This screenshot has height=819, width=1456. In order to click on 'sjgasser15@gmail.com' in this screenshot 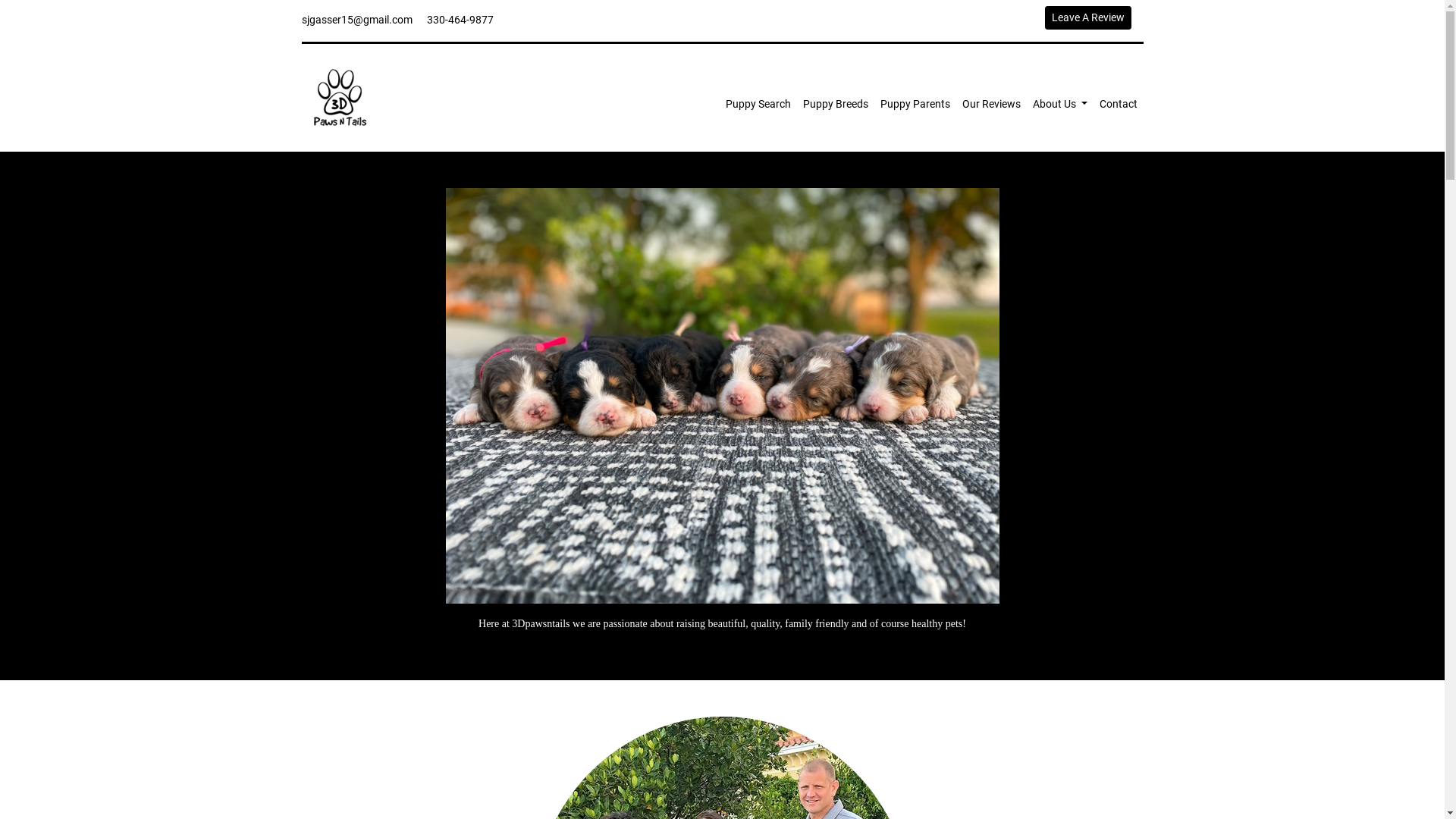, I will do `click(356, 20)`.